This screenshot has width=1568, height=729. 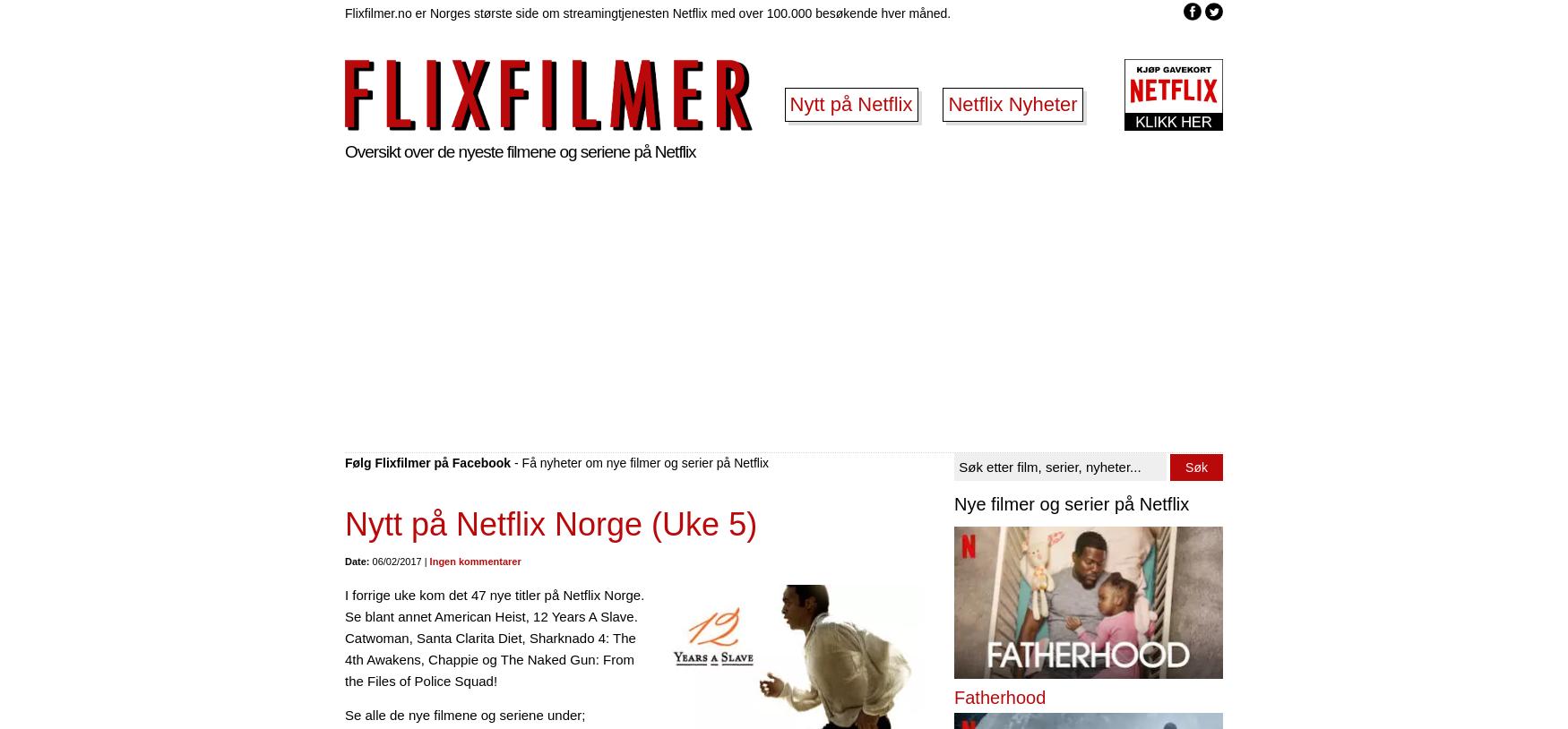 I want to click on 'I forrige uke kom det 47 nye titler på Netflix Norge. Se blant annet American Heist, 12 Years A Slave. Catwoman, Santa Clarita Diet, Sharknado 4: The 4th Awakens, Chappie og The Naked Gun: From the Files of Police Squad!', so click(x=493, y=638).